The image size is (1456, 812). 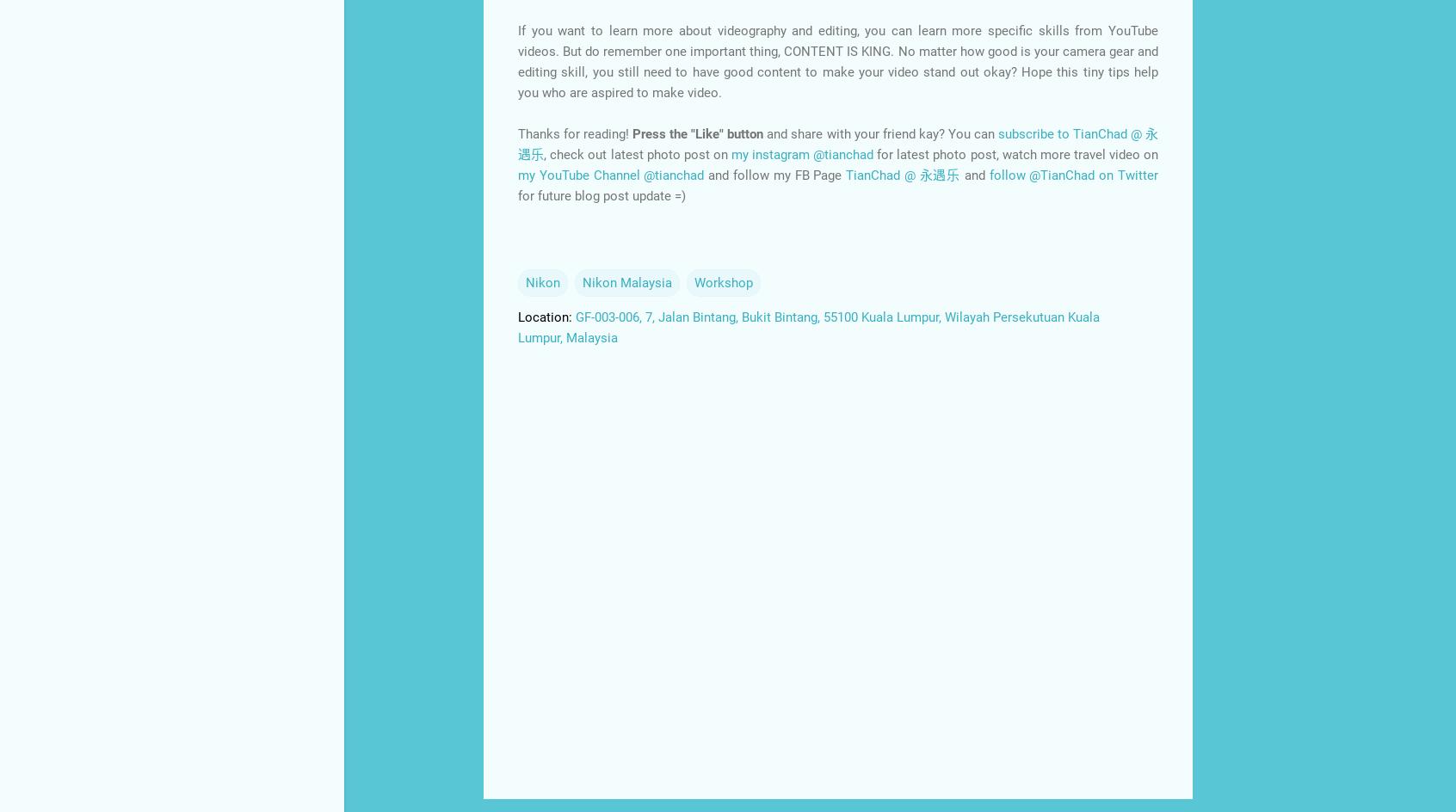 What do you see at coordinates (602, 194) in the screenshot?
I see `'for future blog post update =)'` at bounding box center [602, 194].